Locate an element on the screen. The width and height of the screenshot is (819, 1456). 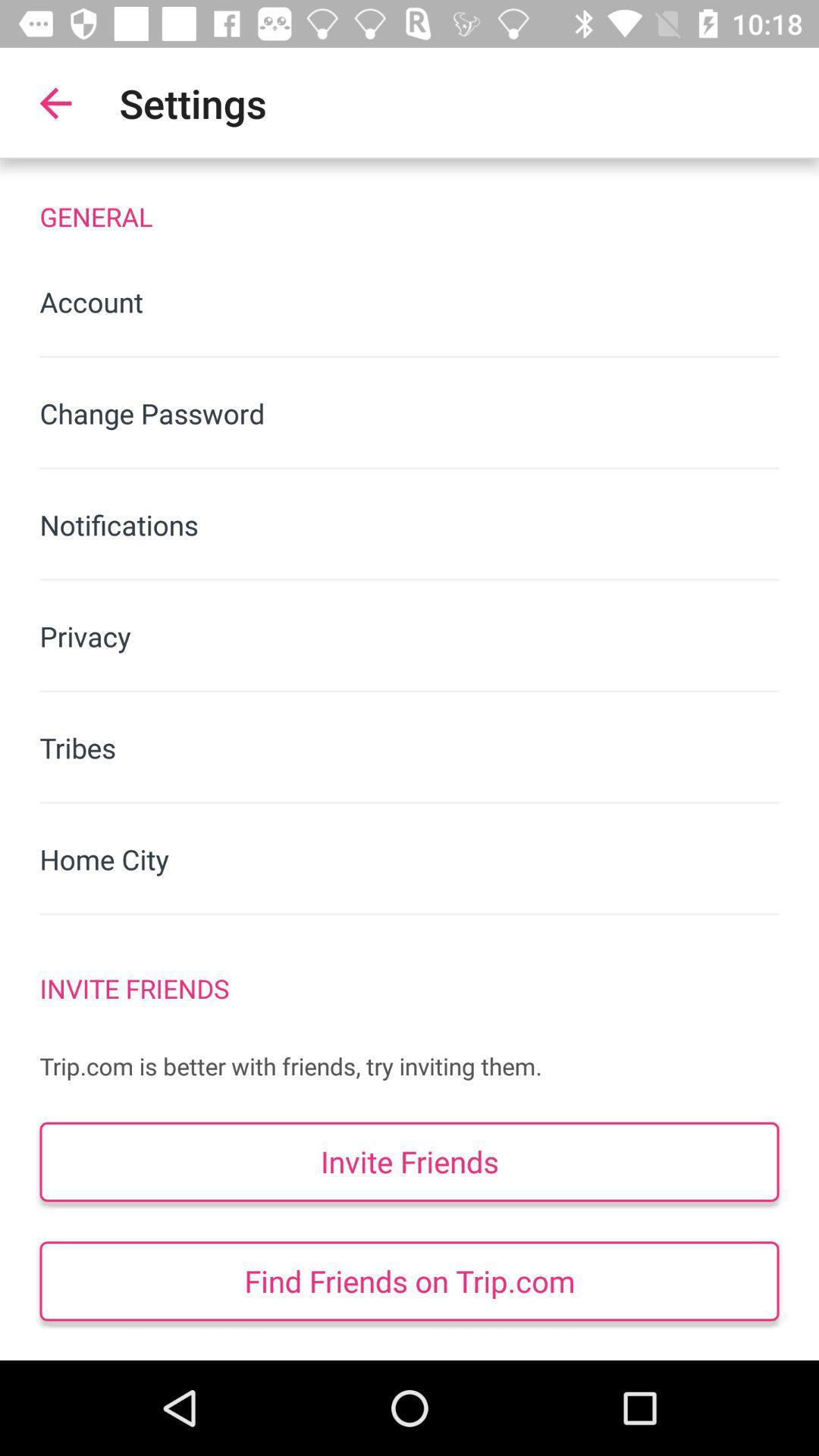
the icon below the privacy icon is located at coordinates (409, 748).